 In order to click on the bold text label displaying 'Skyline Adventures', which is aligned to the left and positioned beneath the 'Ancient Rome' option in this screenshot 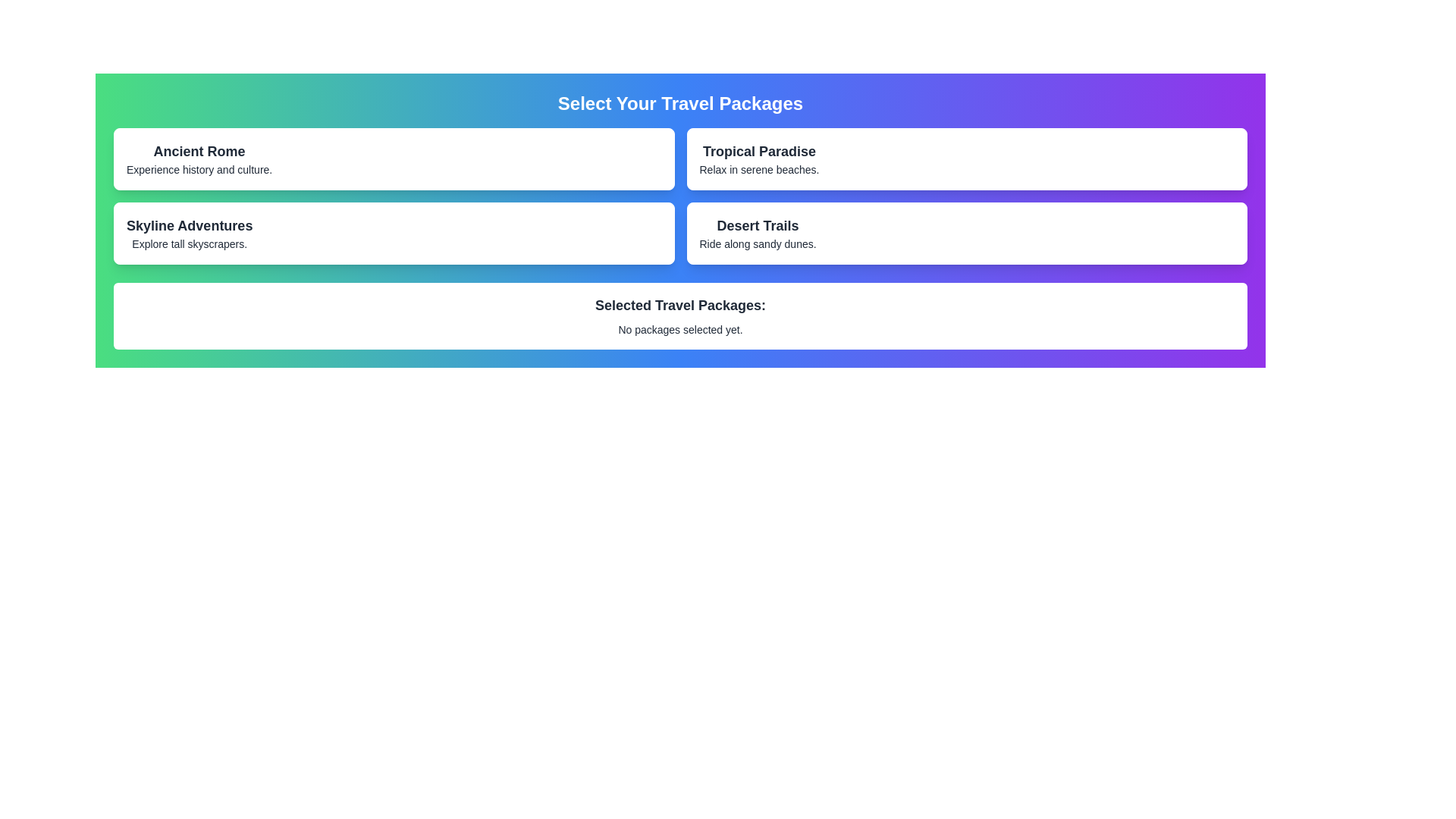, I will do `click(189, 225)`.